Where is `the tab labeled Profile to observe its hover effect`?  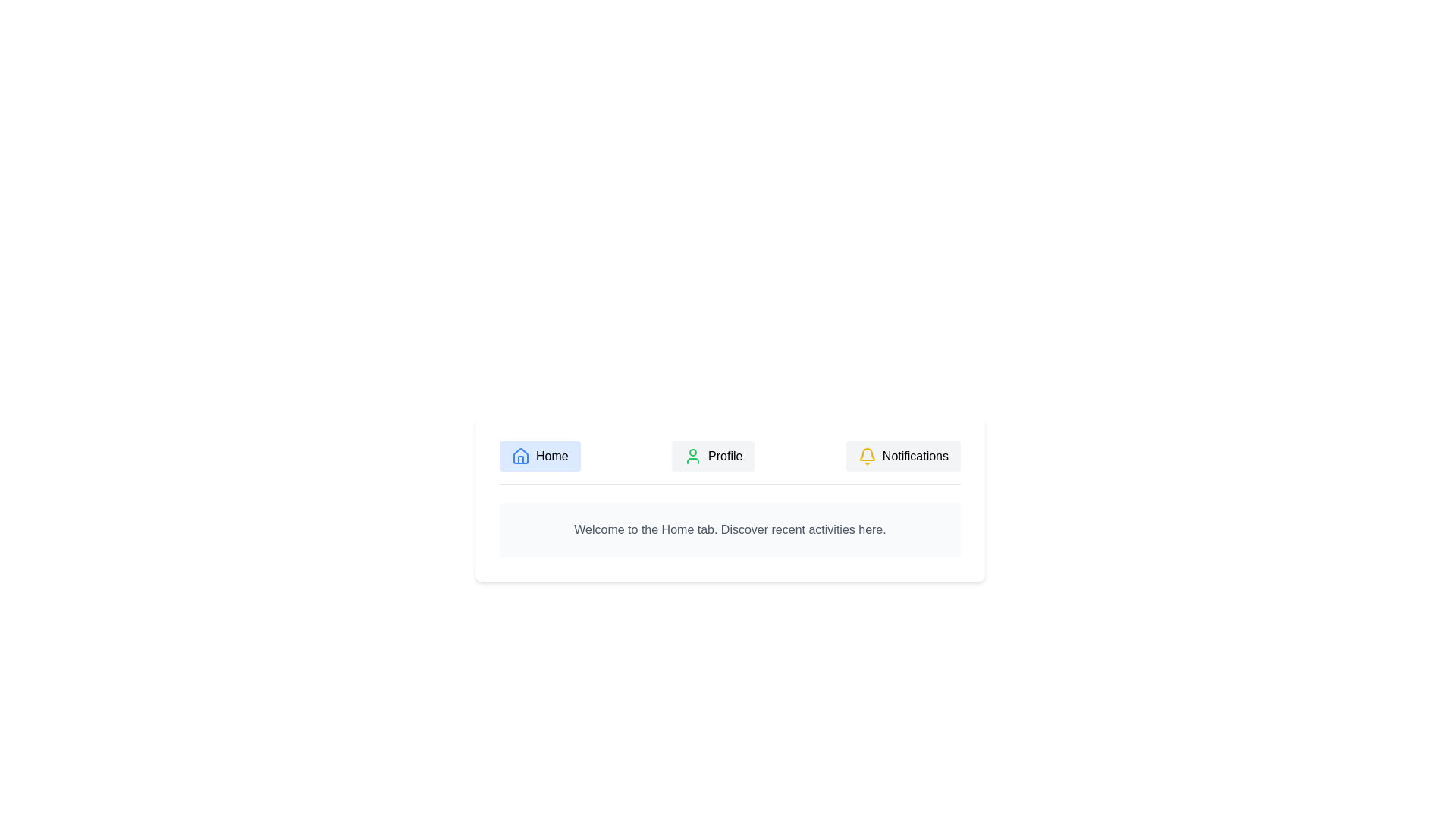
the tab labeled Profile to observe its hover effect is located at coordinates (712, 455).